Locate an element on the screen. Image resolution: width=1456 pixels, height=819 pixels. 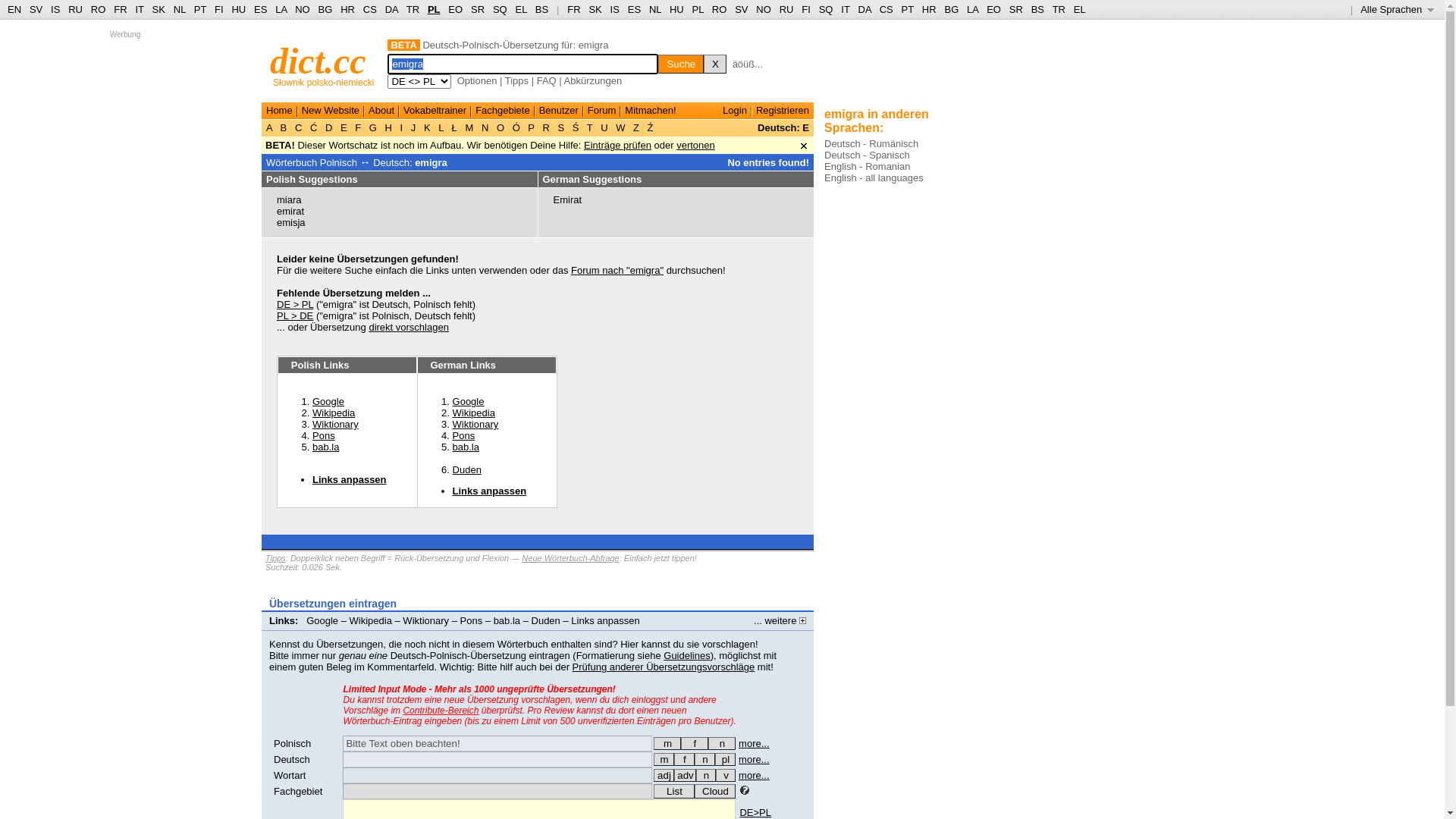
'Contribute-Bereich' is located at coordinates (403, 711).